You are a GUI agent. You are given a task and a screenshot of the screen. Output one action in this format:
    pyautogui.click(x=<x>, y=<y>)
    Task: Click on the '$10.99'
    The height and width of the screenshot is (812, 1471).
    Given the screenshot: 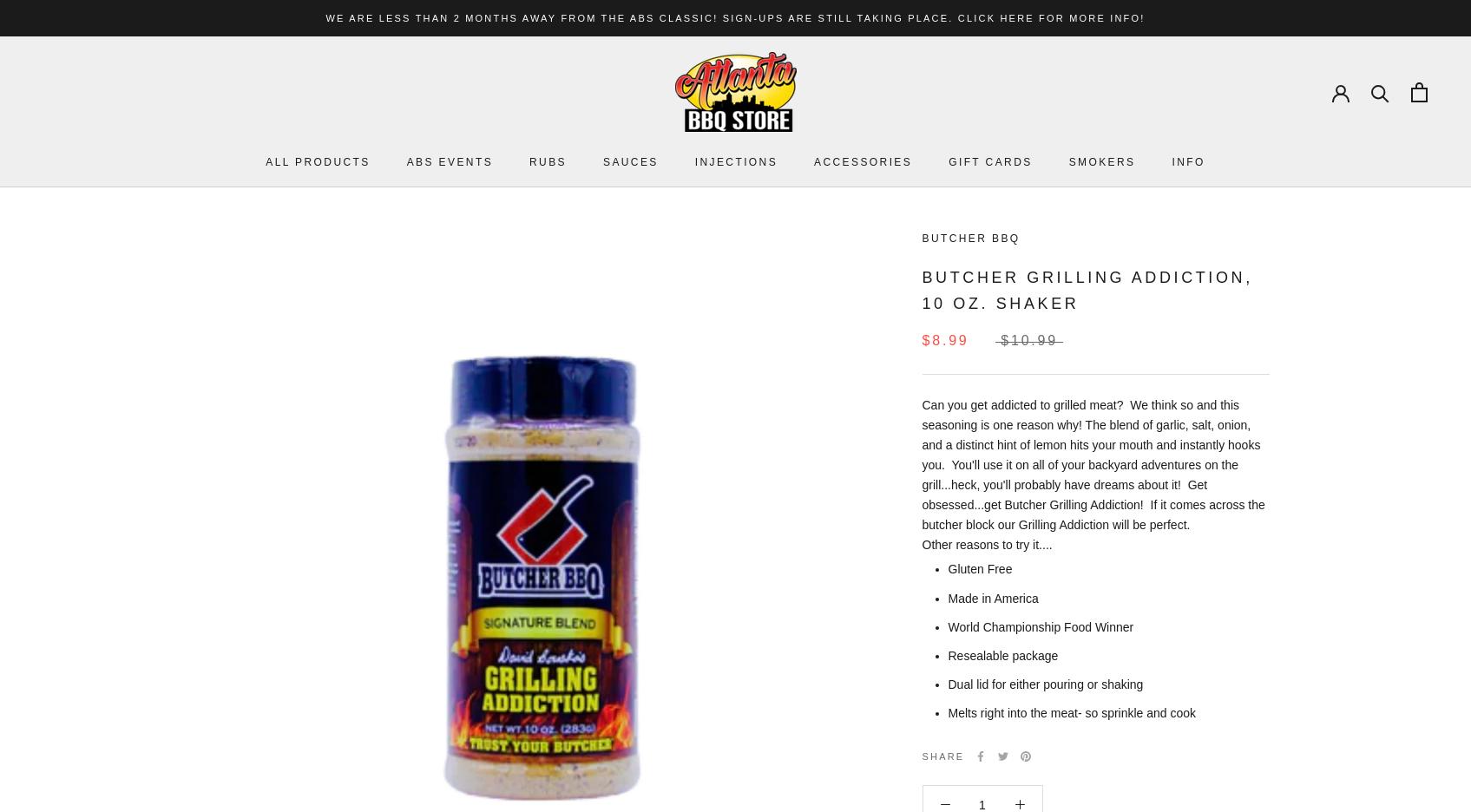 What is the action you would take?
    pyautogui.click(x=1028, y=339)
    